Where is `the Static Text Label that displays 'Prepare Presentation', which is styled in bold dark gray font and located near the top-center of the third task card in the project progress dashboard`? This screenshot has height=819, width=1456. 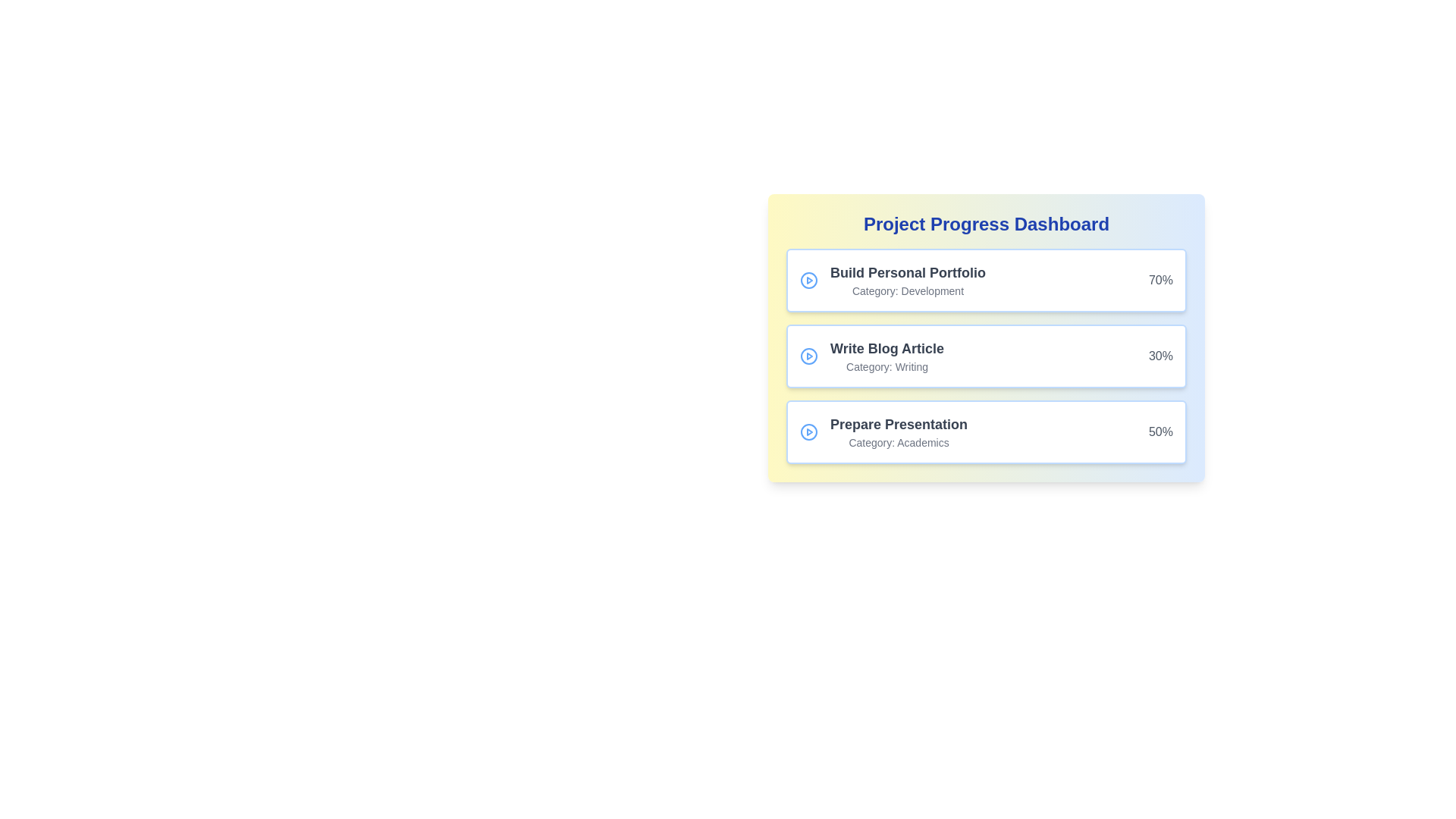
the Static Text Label that displays 'Prepare Presentation', which is styled in bold dark gray font and located near the top-center of the third task card in the project progress dashboard is located at coordinates (899, 424).